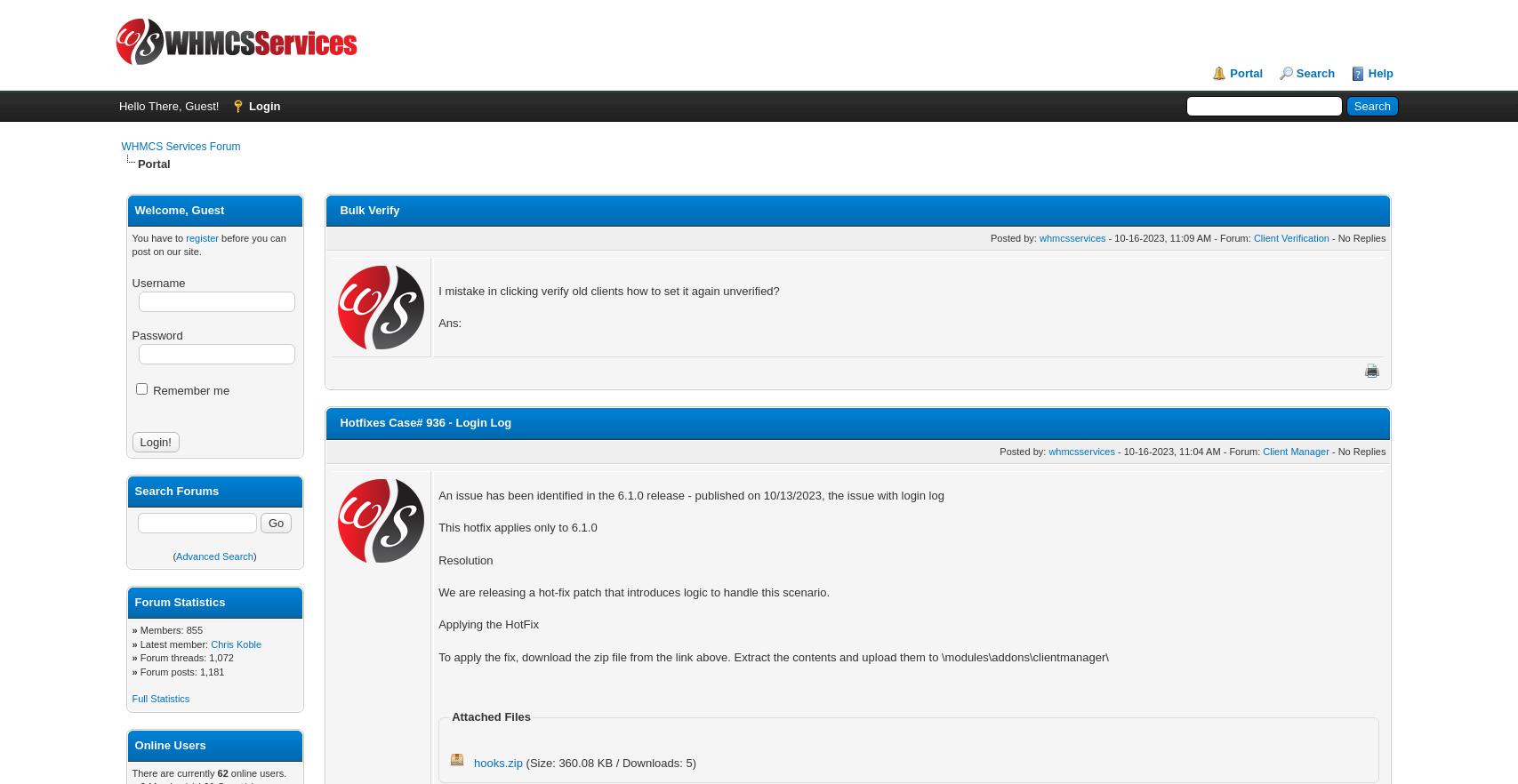 This screenshot has height=784, width=1518. What do you see at coordinates (158, 282) in the screenshot?
I see `'Username'` at bounding box center [158, 282].